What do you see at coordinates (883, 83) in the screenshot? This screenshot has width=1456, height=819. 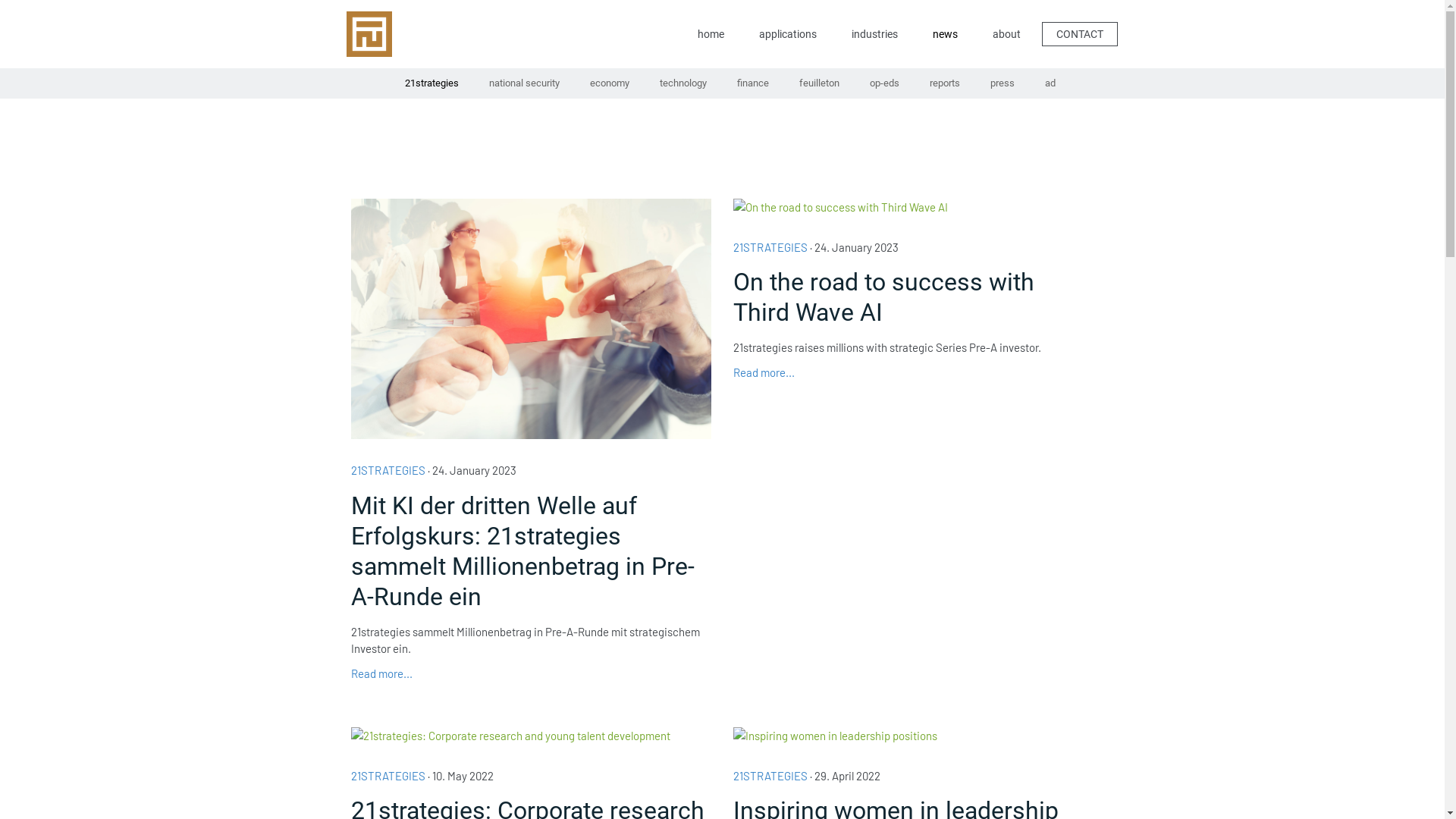 I see `'op-eds'` at bounding box center [883, 83].